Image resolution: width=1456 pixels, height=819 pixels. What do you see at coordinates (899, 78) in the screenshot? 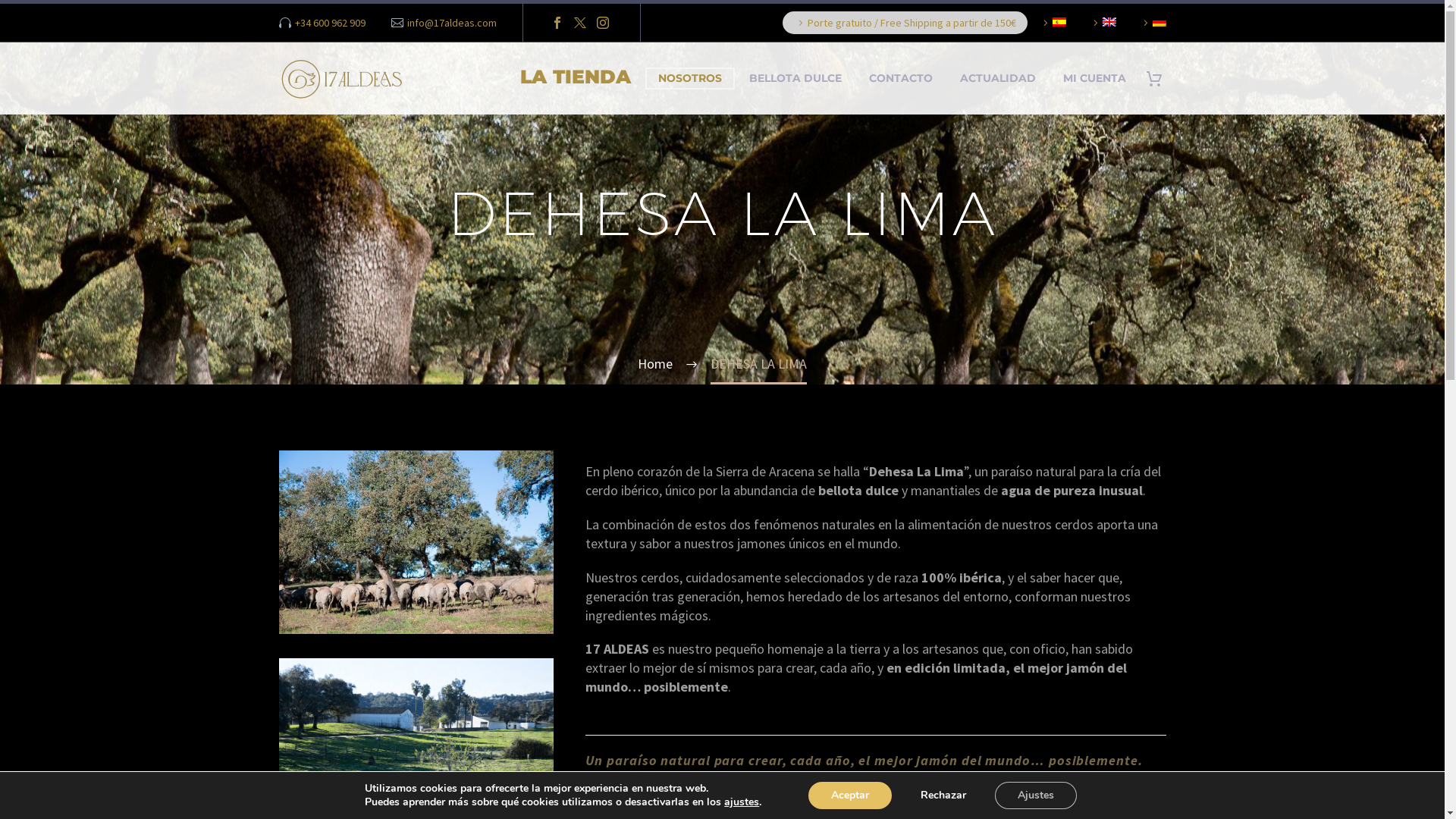
I see `'CONTACTO'` at bounding box center [899, 78].